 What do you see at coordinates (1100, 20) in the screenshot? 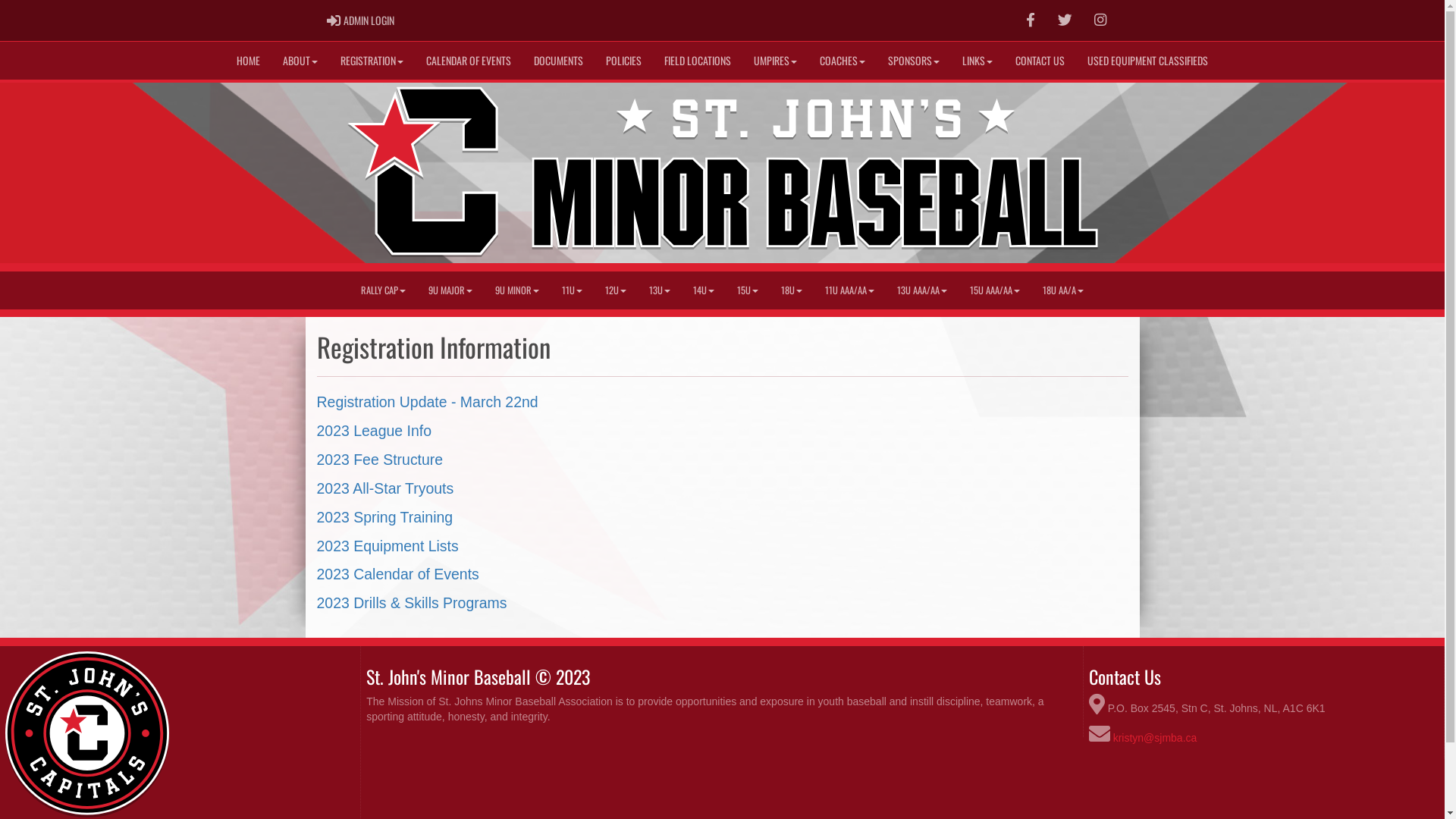
I see `'Instagram'` at bounding box center [1100, 20].